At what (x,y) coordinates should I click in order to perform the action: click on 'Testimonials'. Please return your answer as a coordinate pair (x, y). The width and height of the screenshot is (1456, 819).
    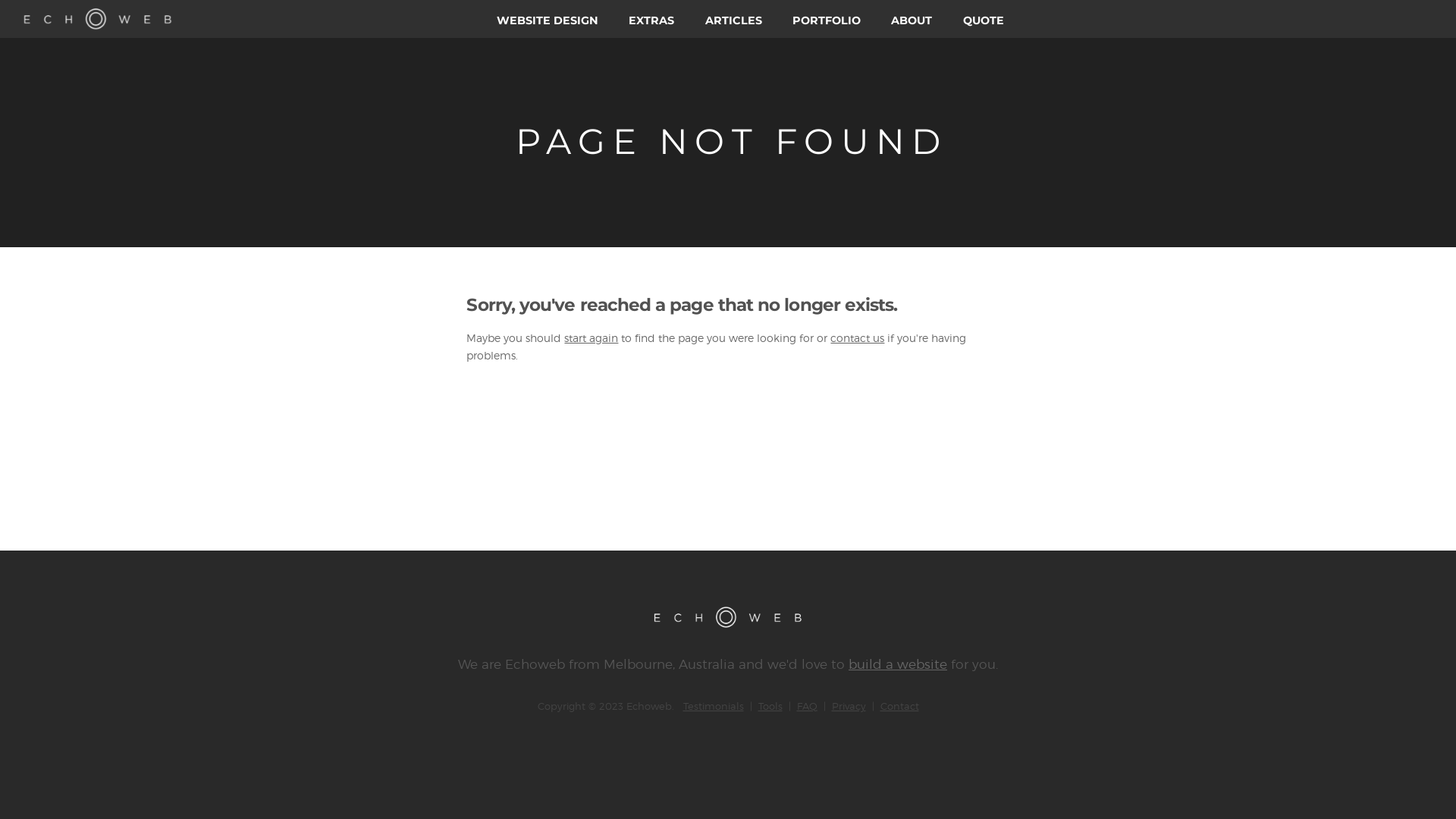
    Looking at the image, I should click on (712, 705).